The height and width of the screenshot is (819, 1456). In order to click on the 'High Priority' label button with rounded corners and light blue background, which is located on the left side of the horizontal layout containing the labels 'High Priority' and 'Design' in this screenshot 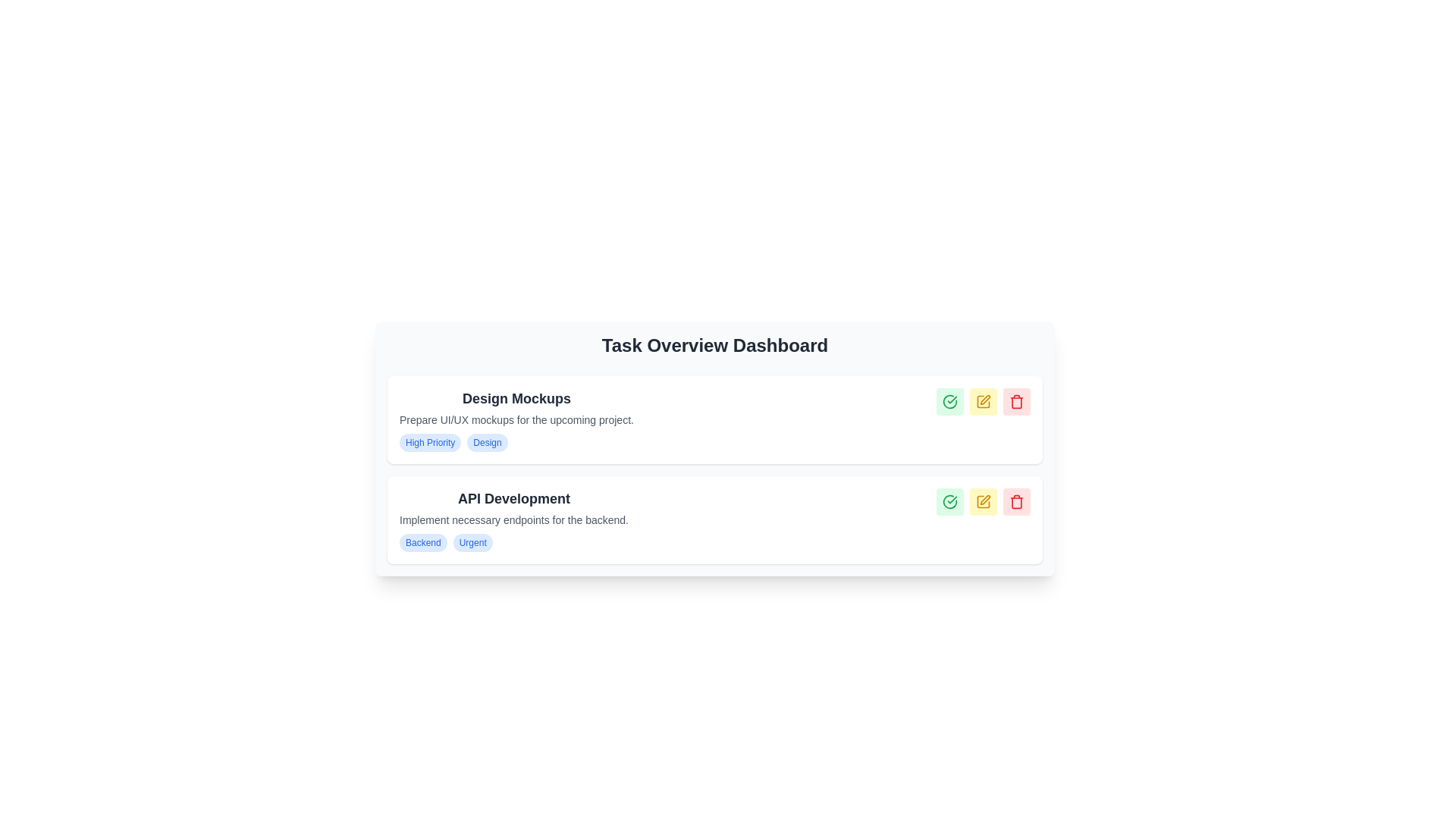, I will do `click(429, 442)`.